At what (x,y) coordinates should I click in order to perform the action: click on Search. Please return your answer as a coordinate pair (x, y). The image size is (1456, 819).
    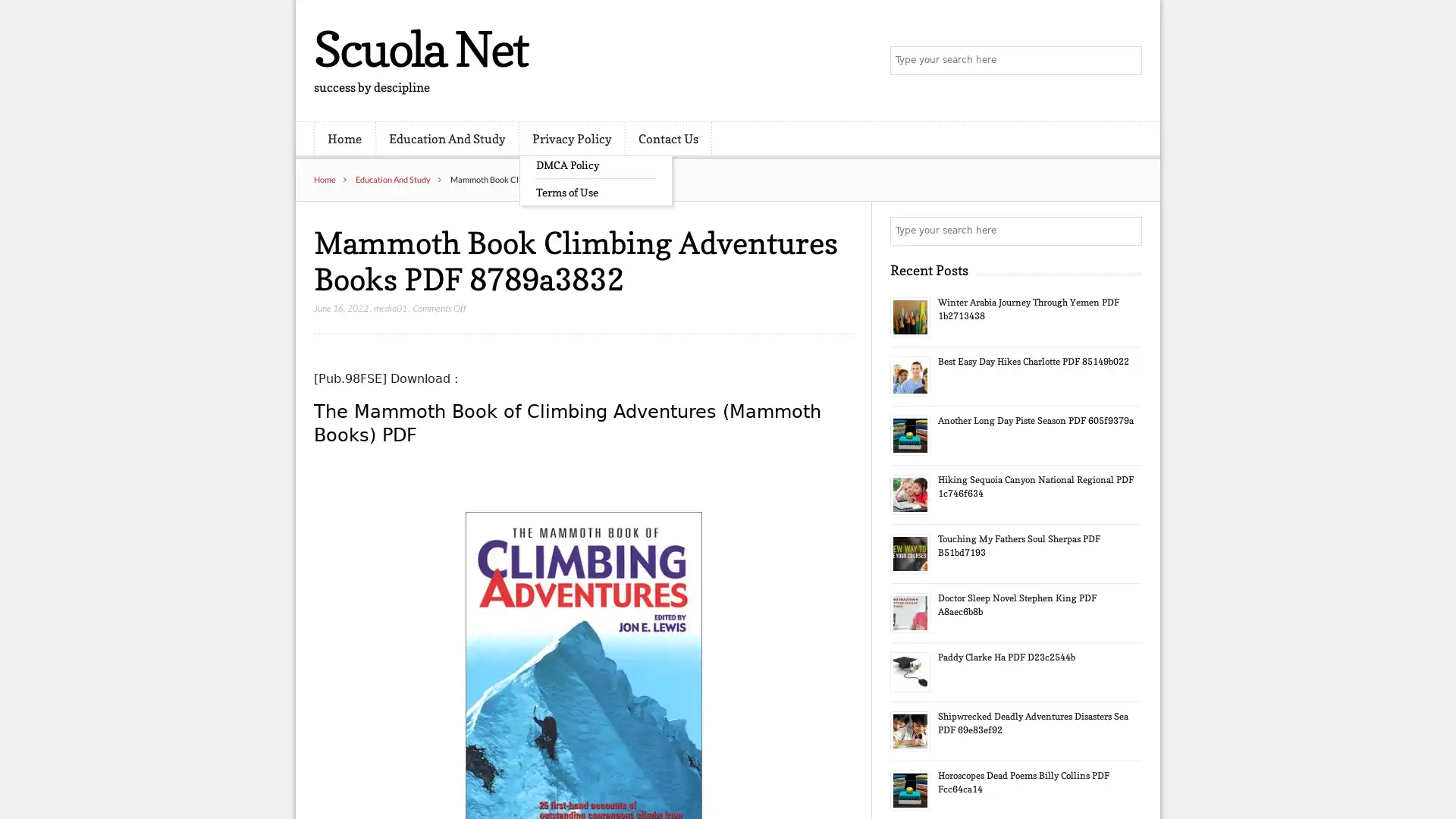
    Looking at the image, I should click on (1126, 231).